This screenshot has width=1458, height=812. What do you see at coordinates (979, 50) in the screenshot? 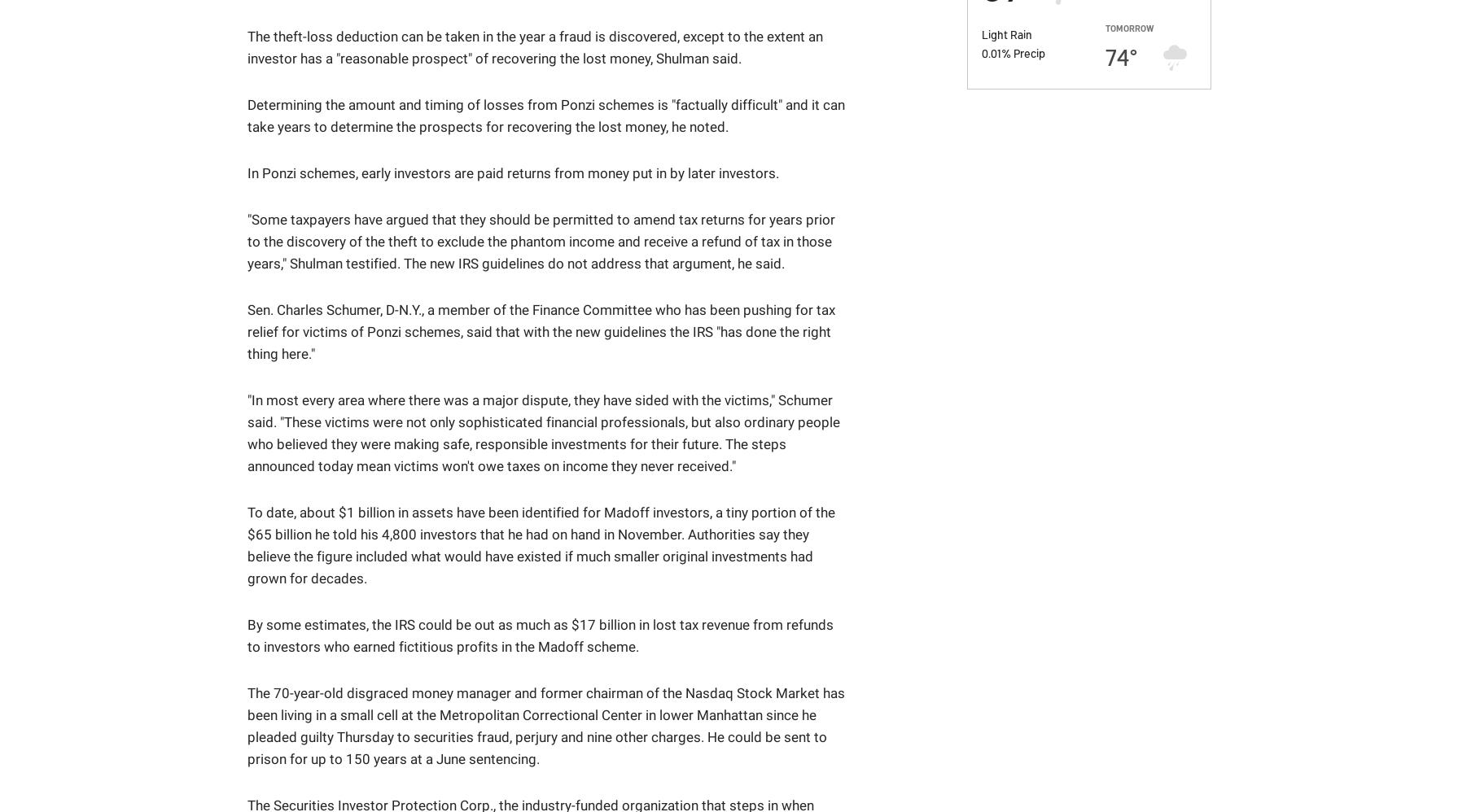
I see `'0.01'` at bounding box center [979, 50].